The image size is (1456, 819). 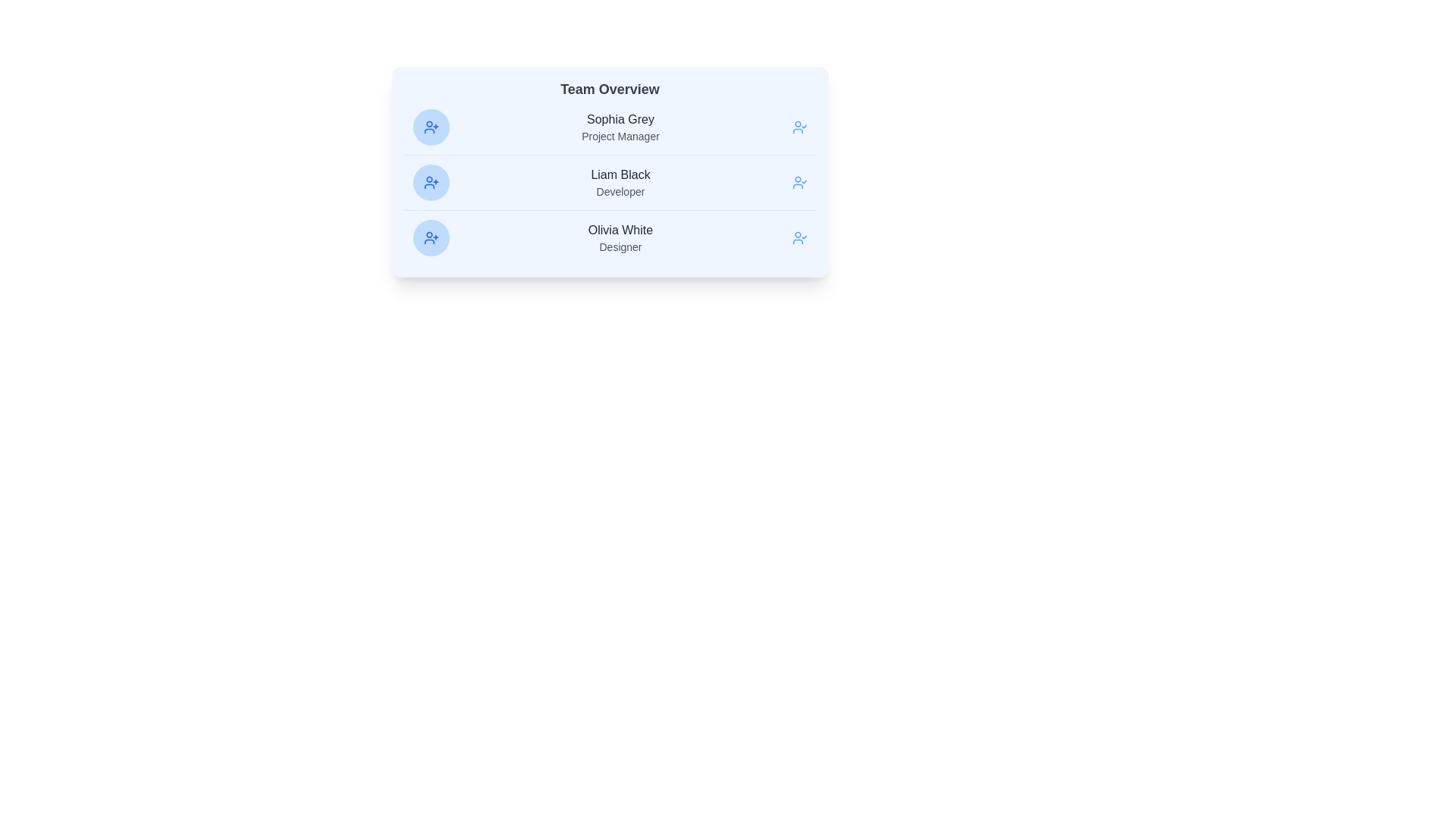 What do you see at coordinates (620, 191) in the screenshot?
I see `the text label reading 'Developer' located beneath 'Liam Black' in the middle card of the vertical list of team members` at bounding box center [620, 191].